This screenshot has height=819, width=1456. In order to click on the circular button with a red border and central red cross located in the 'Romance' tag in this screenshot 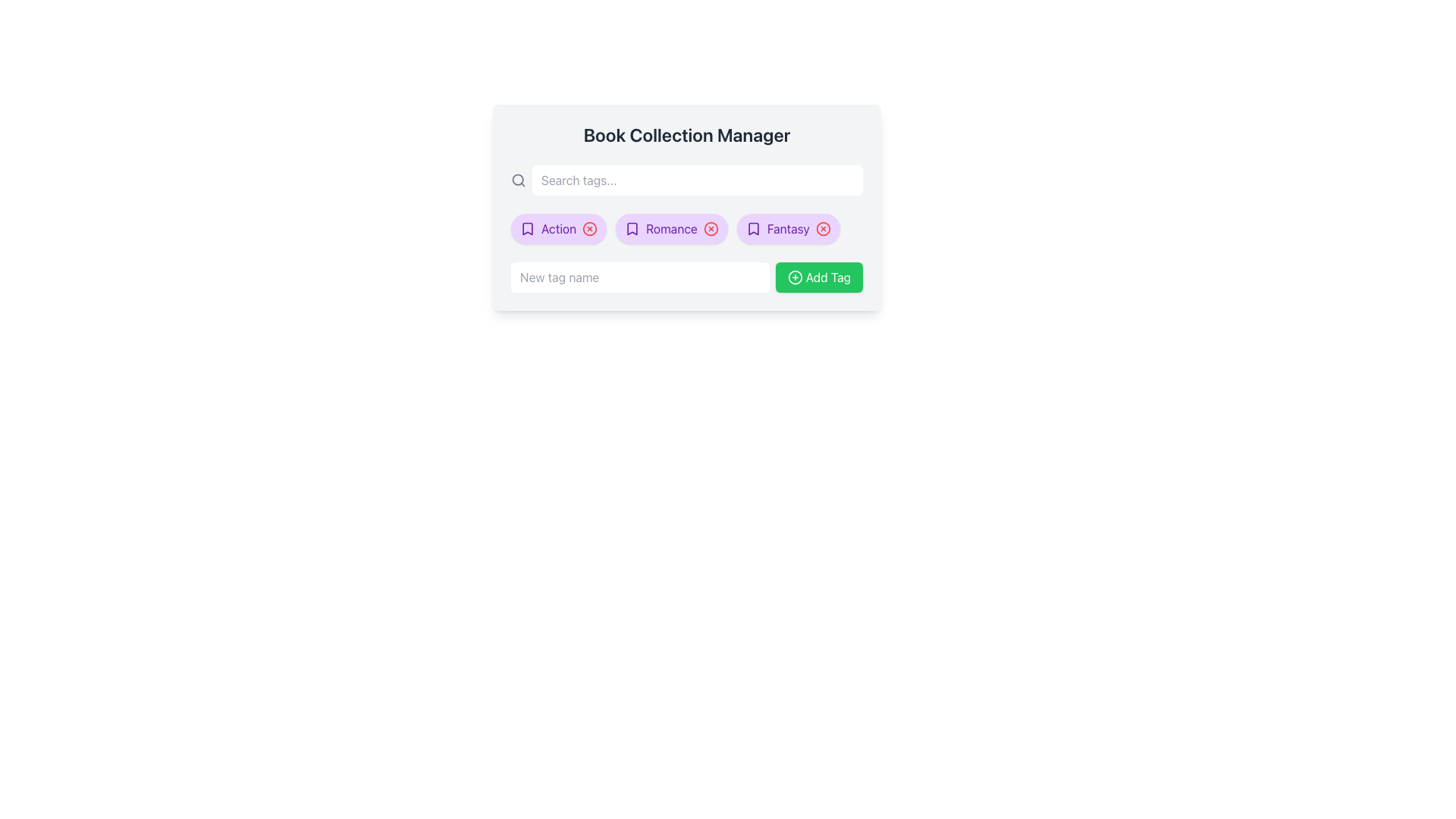, I will do `click(710, 228)`.